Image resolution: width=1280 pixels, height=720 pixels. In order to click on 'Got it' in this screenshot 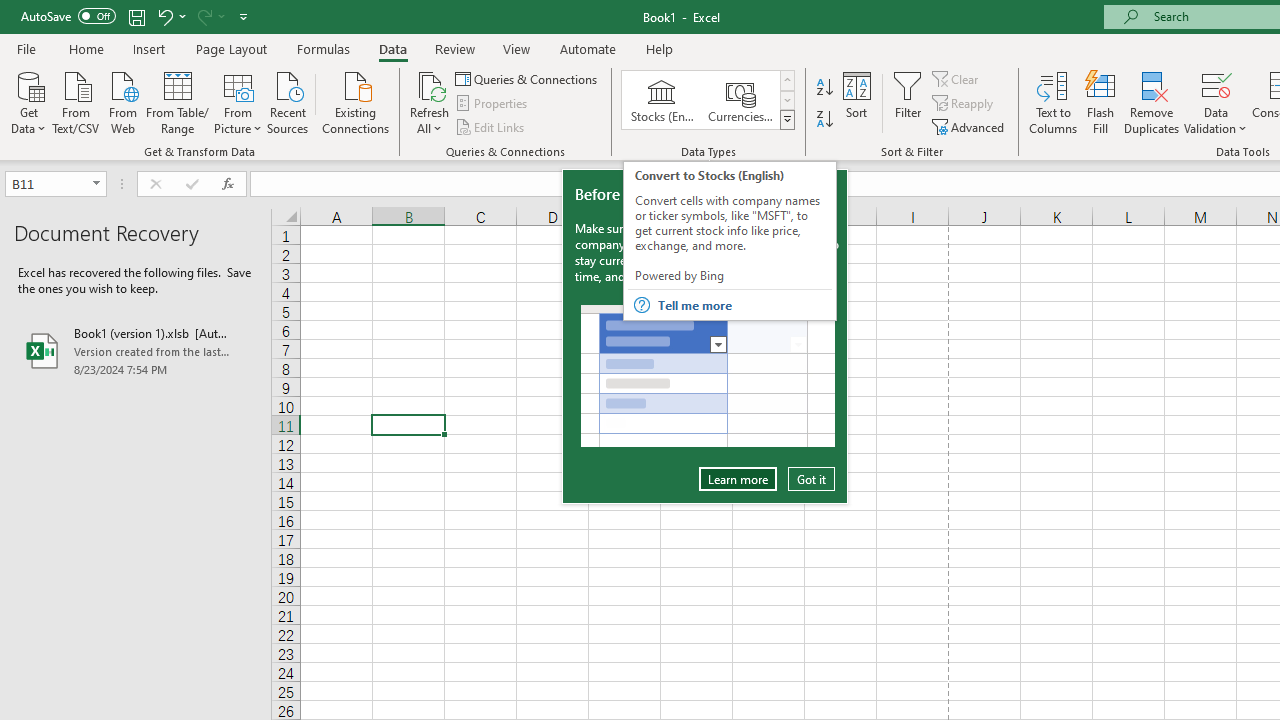, I will do `click(811, 479)`.